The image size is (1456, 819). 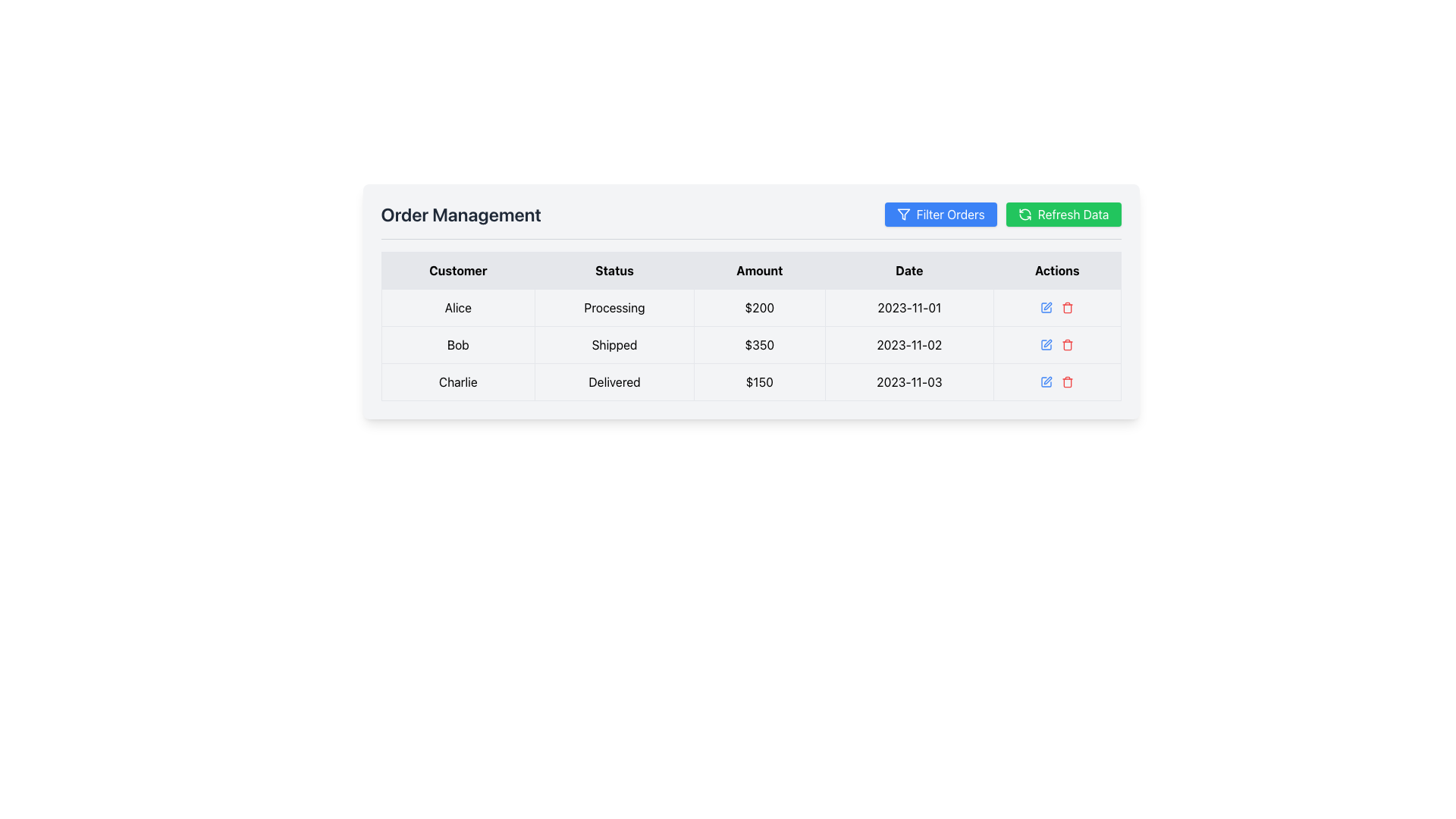 What do you see at coordinates (1067, 346) in the screenshot?
I see `the delete icon in the Actions column of the table for the entry associated with 'Bob'` at bounding box center [1067, 346].